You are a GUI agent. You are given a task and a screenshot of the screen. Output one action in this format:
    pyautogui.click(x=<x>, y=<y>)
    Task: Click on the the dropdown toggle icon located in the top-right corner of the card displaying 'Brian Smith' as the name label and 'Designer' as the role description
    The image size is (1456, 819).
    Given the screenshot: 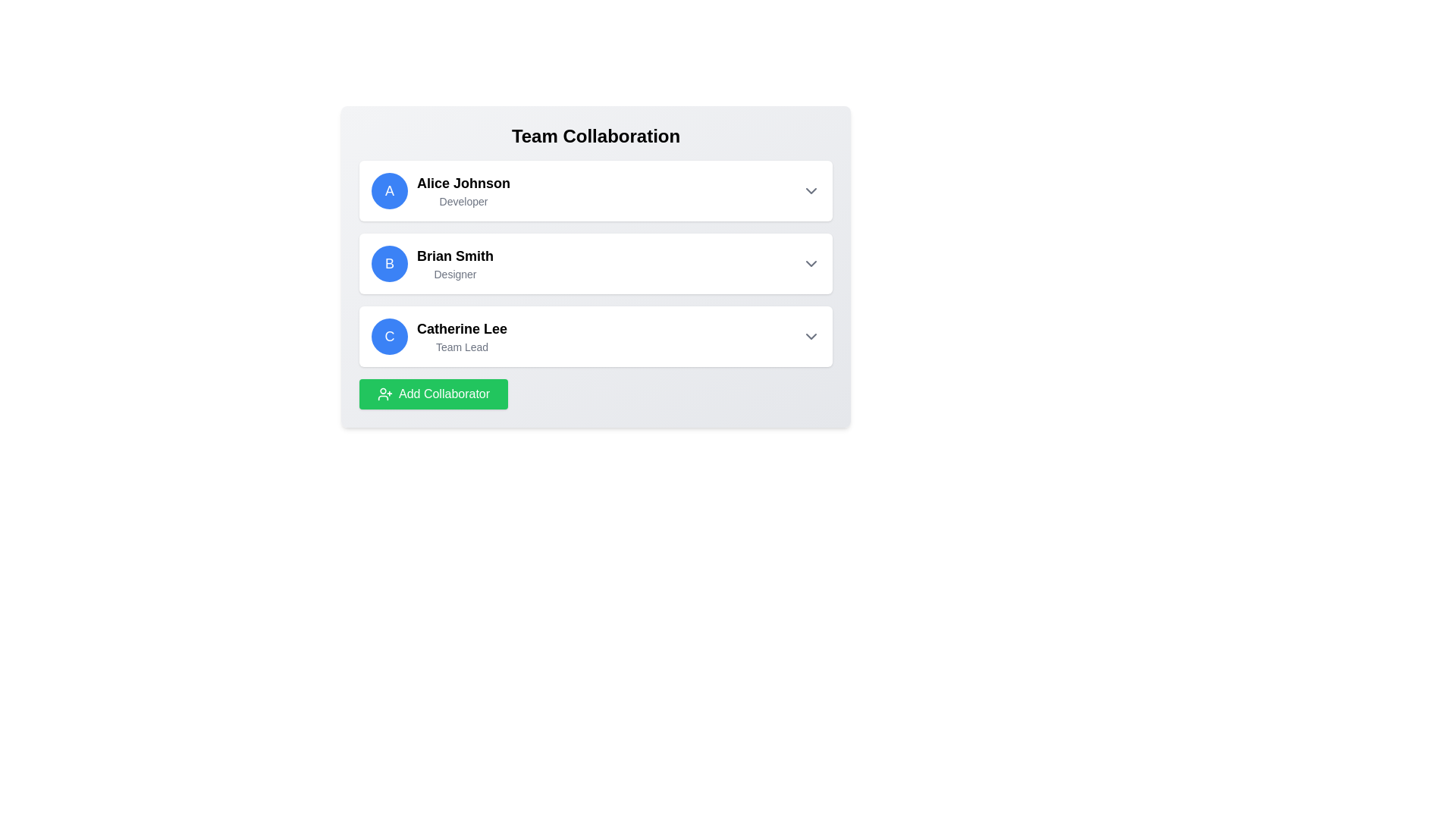 What is the action you would take?
    pyautogui.click(x=811, y=262)
    